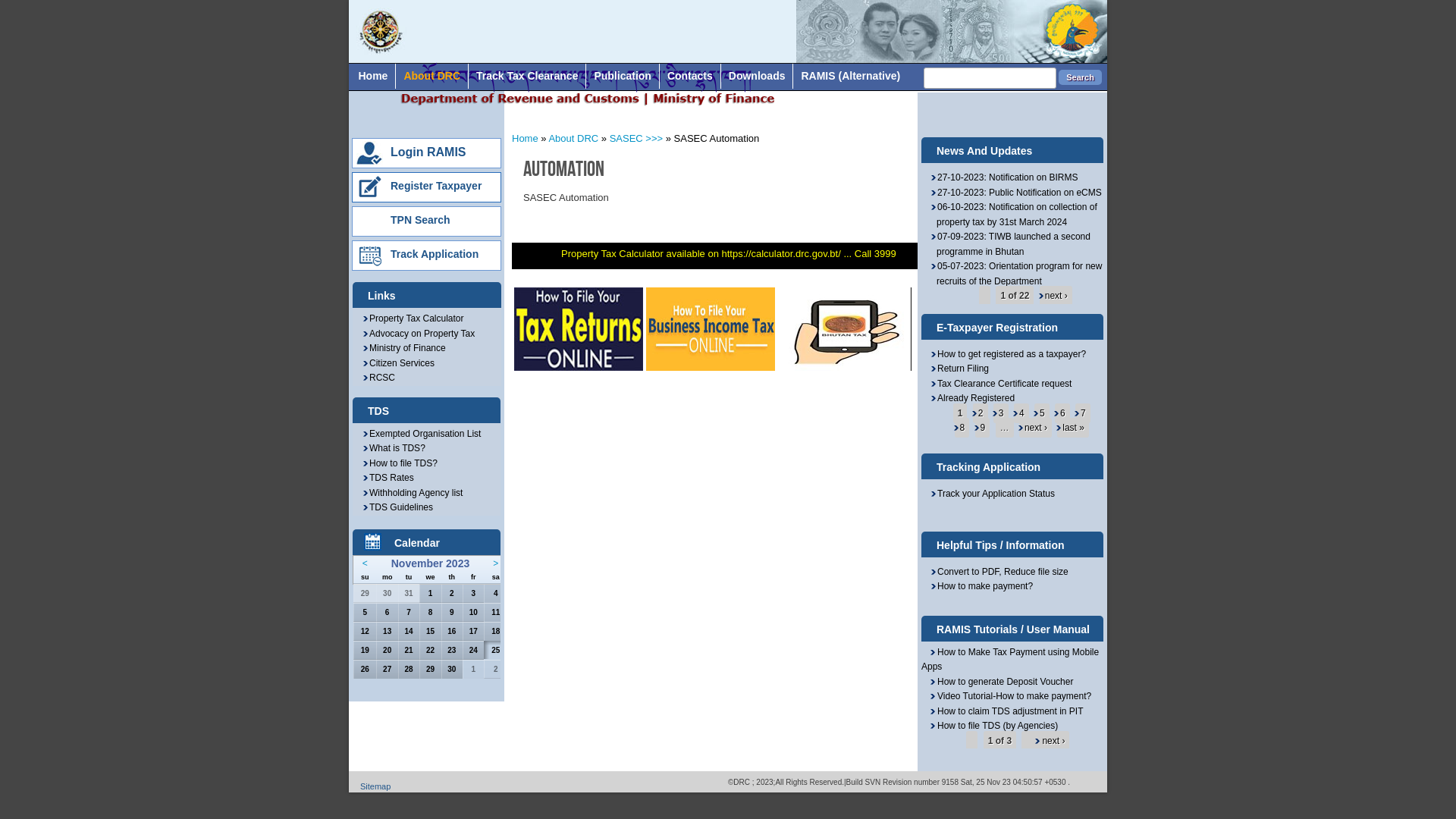 Image resolution: width=1456 pixels, height=819 pixels. I want to click on 'What is TDS?', so click(360, 447).